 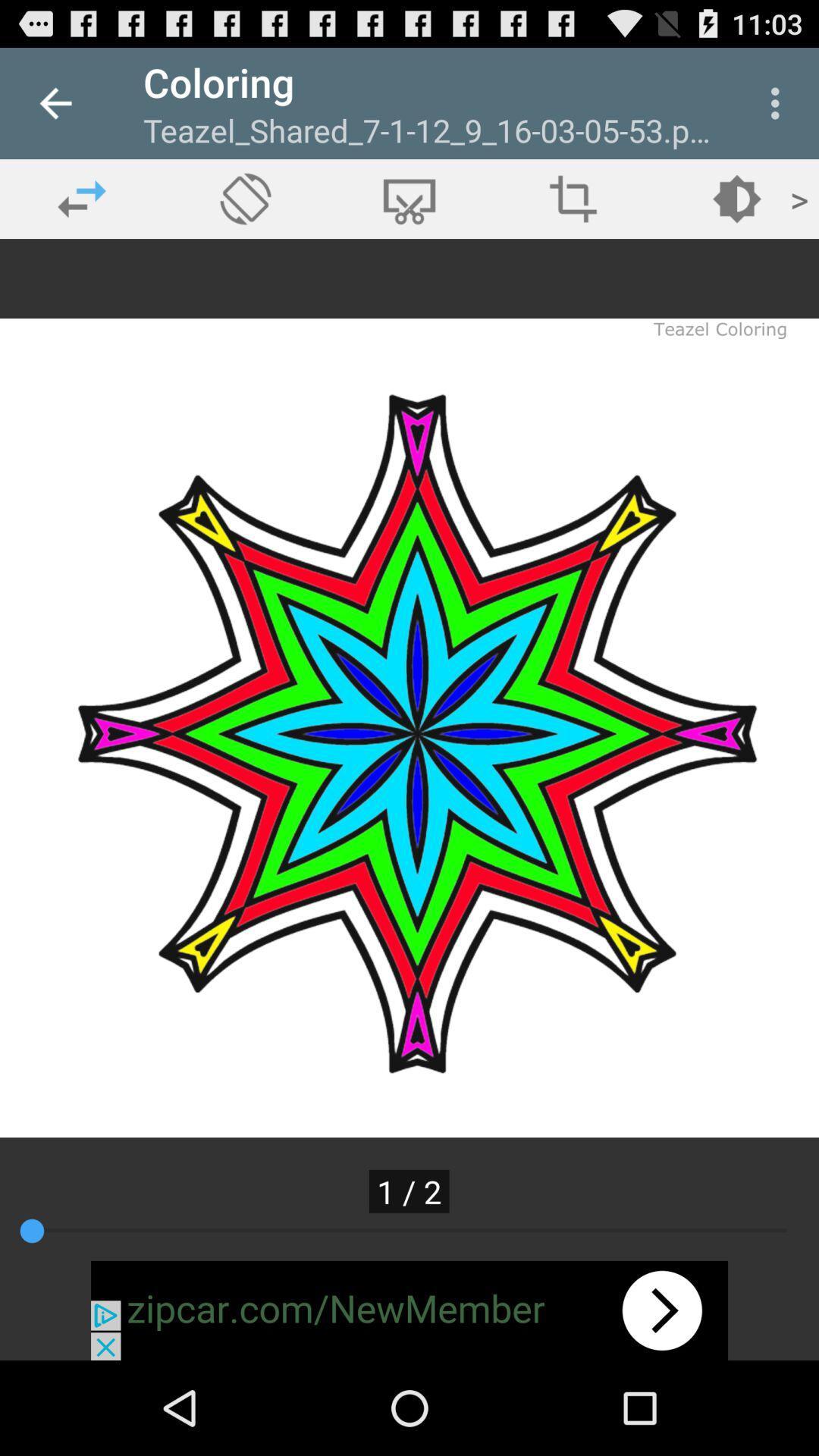 What do you see at coordinates (573, 198) in the screenshot?
I see `invert image option` at bounding box center [573, 198].